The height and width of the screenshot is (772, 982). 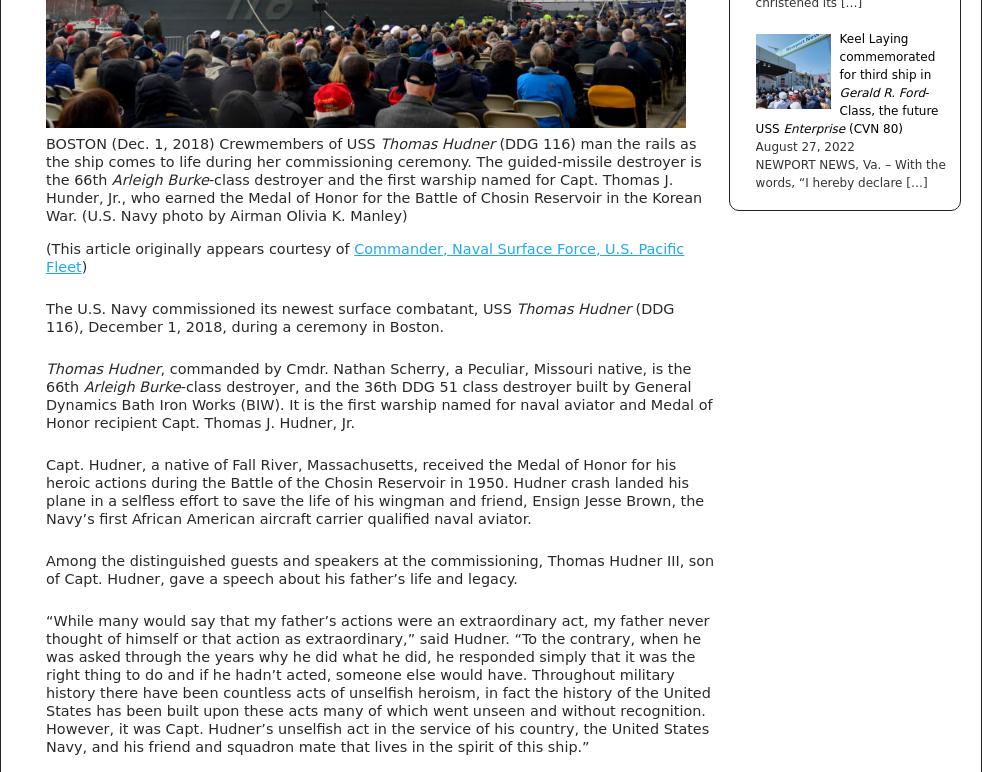 I want to click on '(DDG 116), December 1, 2018, during a ceremony in Boston.', so click(x=360, y=315).